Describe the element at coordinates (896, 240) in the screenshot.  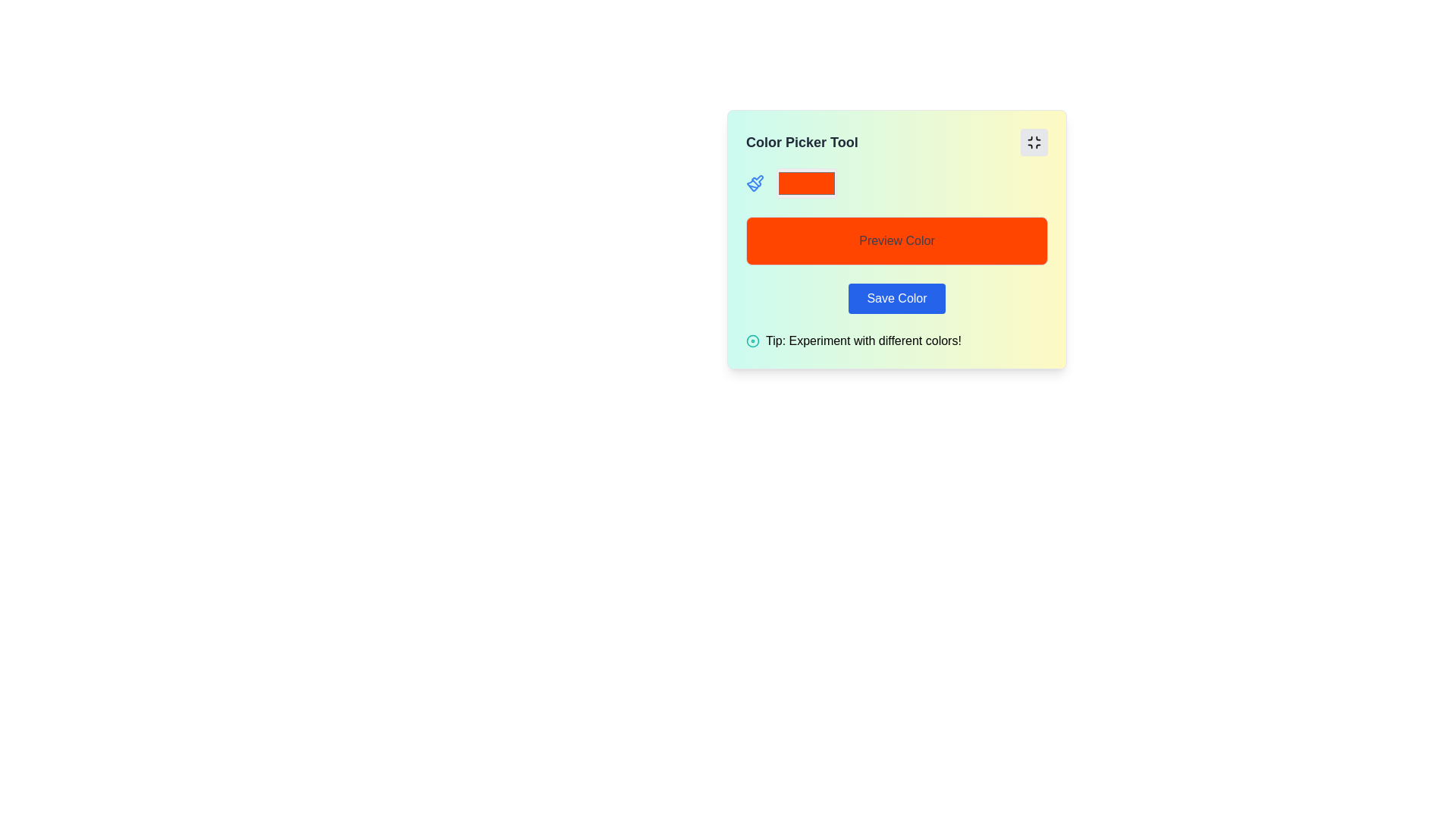
I see `the 'Preview Color' text label, which is styled with gray text on an orange rectangular background, located in the 'Color Picker Tool' box` at that location.